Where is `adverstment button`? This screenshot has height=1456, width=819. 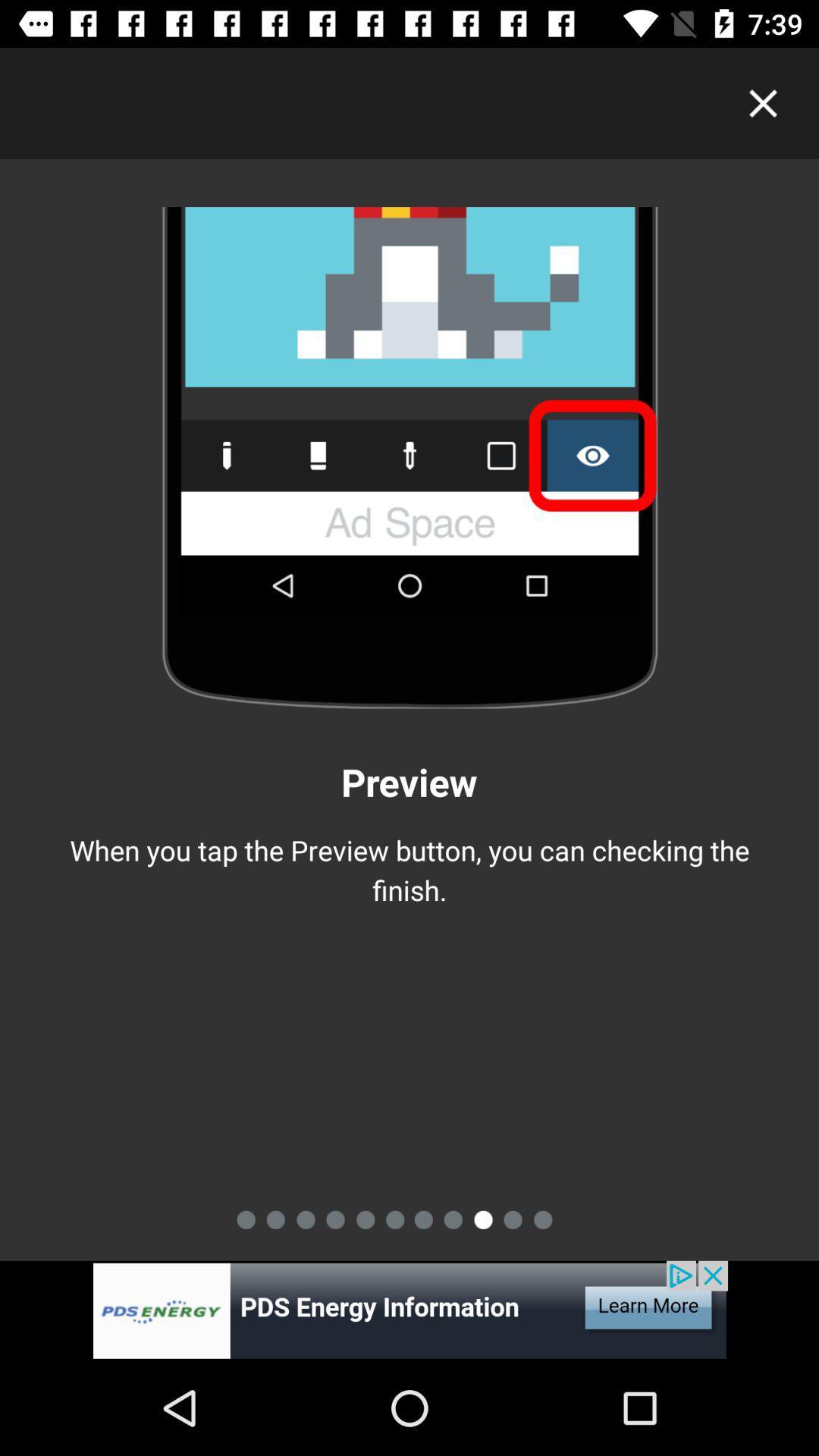 adverstment button is located at coordinates (409, 1310).